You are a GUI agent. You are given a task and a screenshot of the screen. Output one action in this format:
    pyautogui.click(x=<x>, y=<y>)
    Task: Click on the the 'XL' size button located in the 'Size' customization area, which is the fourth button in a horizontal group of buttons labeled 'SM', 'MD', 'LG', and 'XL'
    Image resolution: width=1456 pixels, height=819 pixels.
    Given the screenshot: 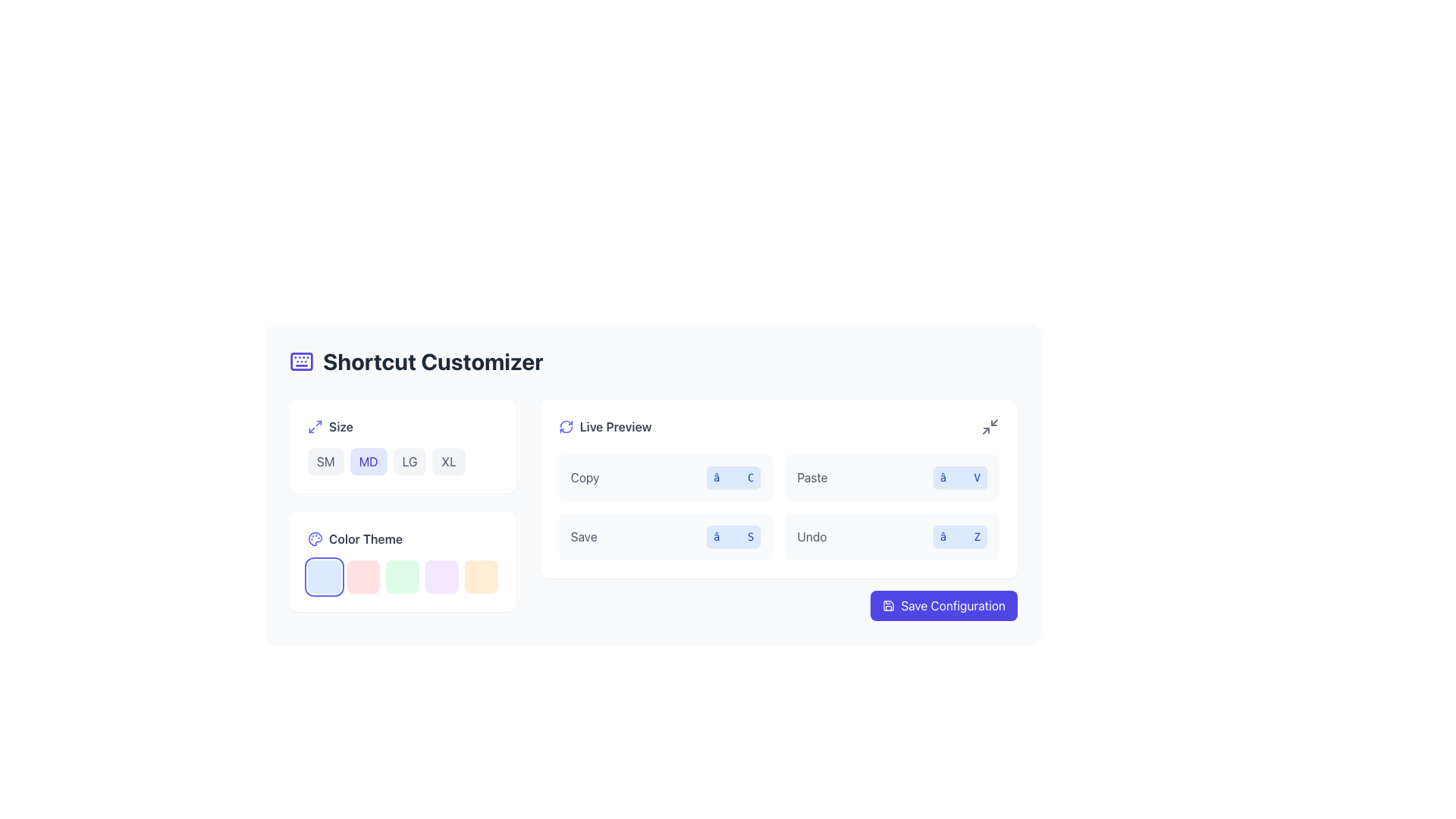 What is the action you would take?
    pyautogui.click(x=448, y=461)
    